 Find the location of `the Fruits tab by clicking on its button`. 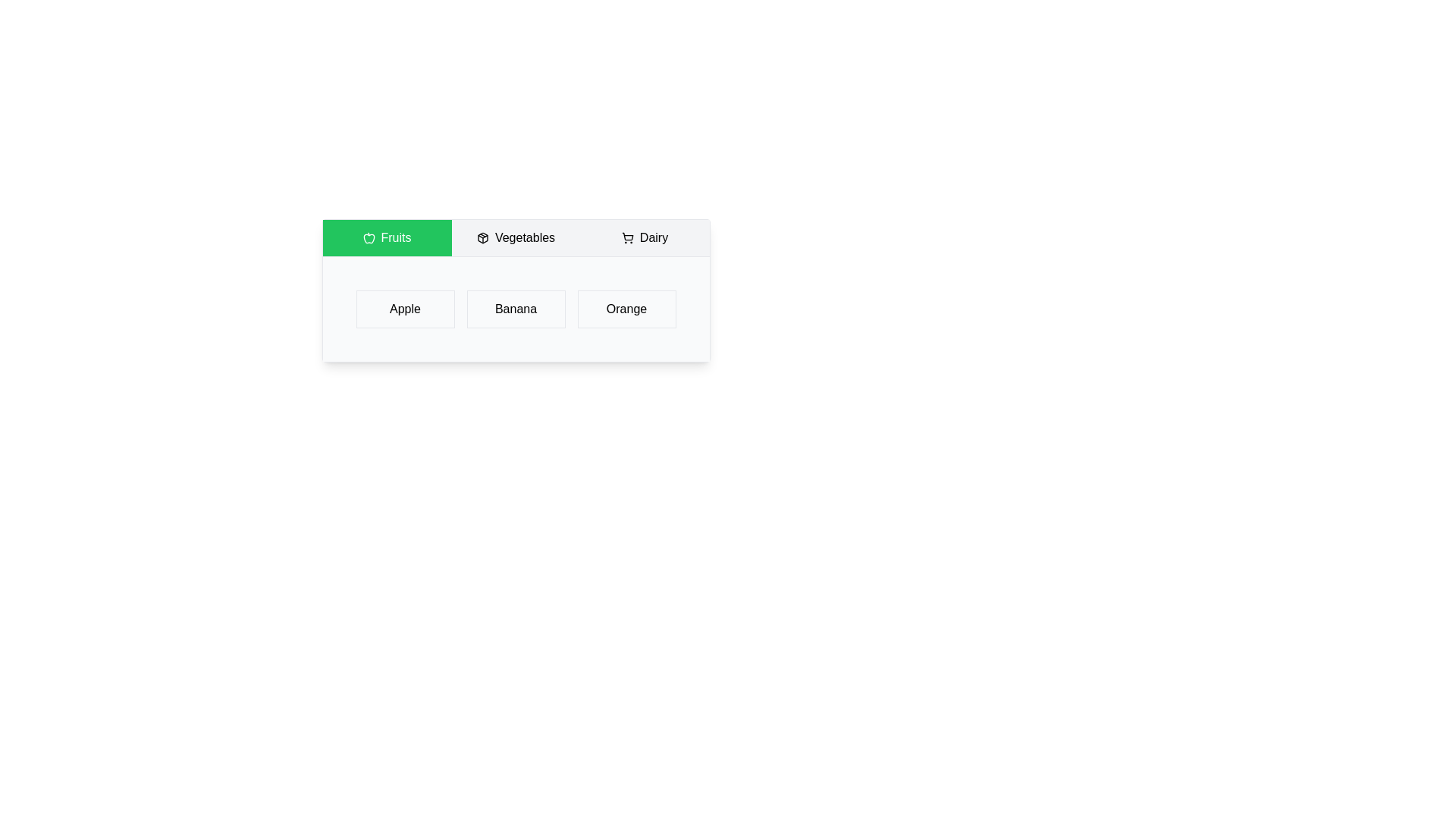

the Fruits tab by clicking on its button is located at coordinates (387, 237).